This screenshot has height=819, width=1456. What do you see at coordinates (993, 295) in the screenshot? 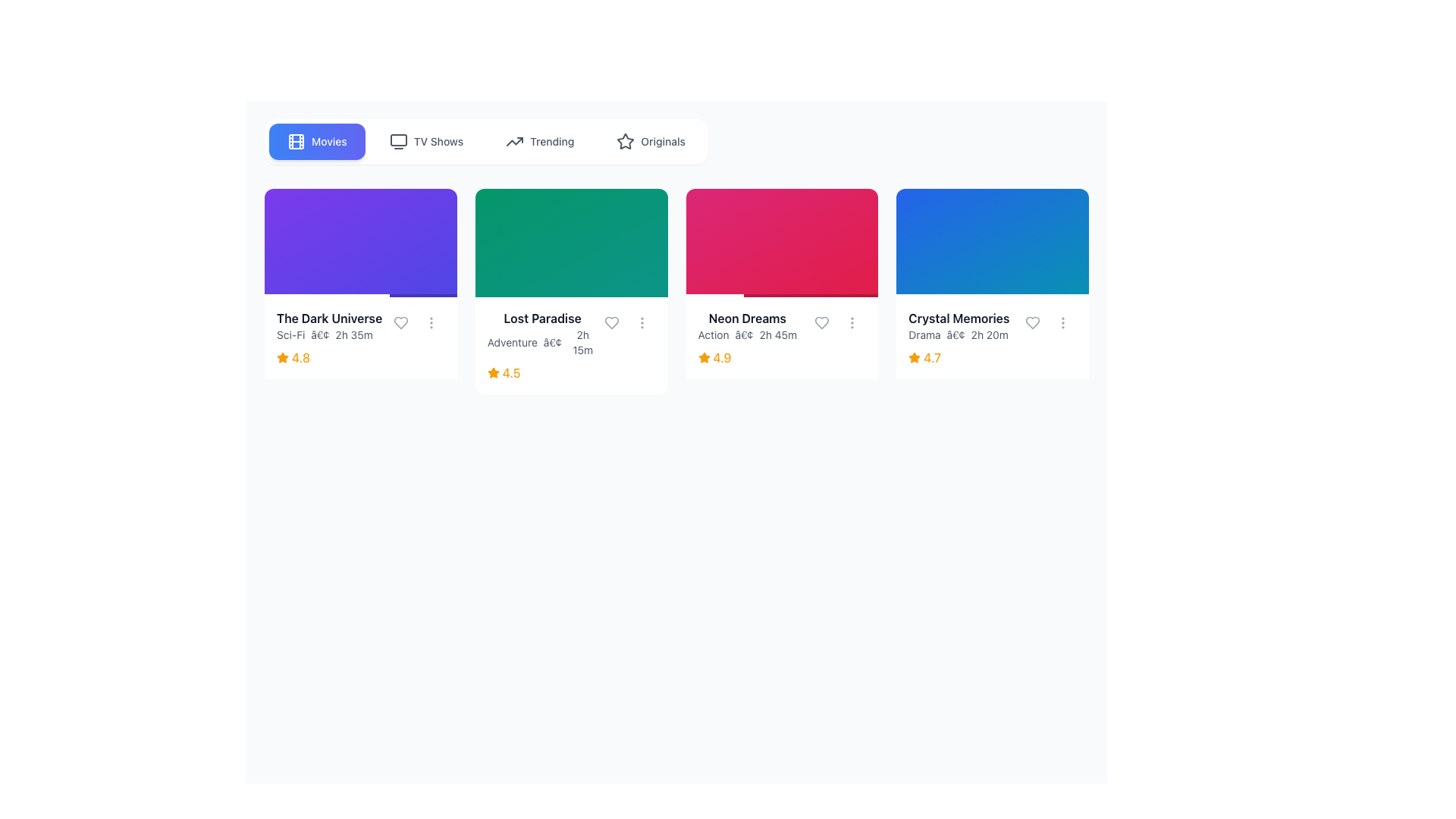
I see `the thin horizontal progress bar located at the bottom of the card section representing the 'Crystal Memories' movie` at bounding box center [993, 295].